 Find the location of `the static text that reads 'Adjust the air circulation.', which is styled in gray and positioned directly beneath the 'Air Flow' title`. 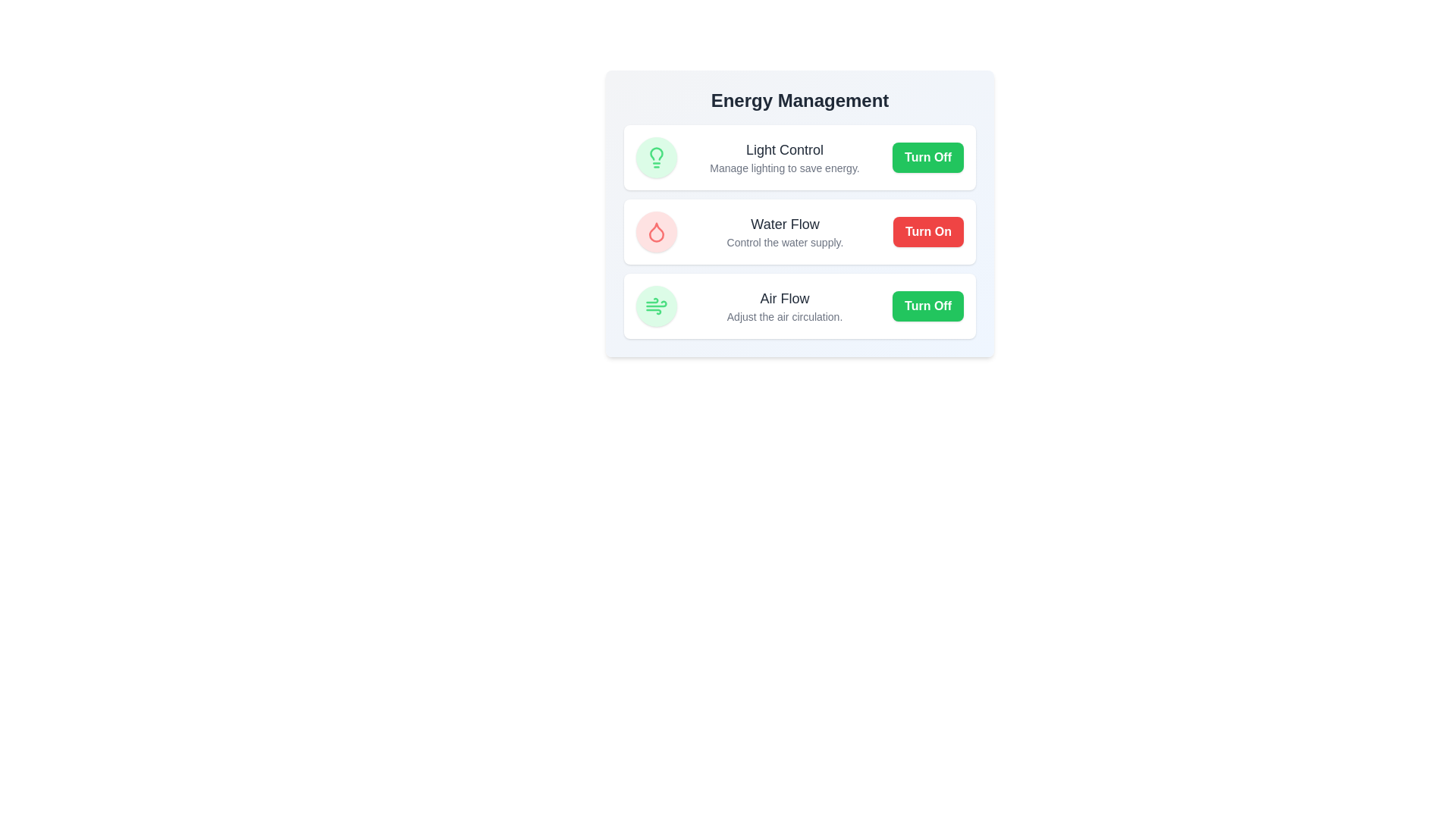

the static text that reads 'Adjust the air circulation.', which is styled in gray and positioned directly beneath the 'Air Flow' title is located at coordinates (785, 315).